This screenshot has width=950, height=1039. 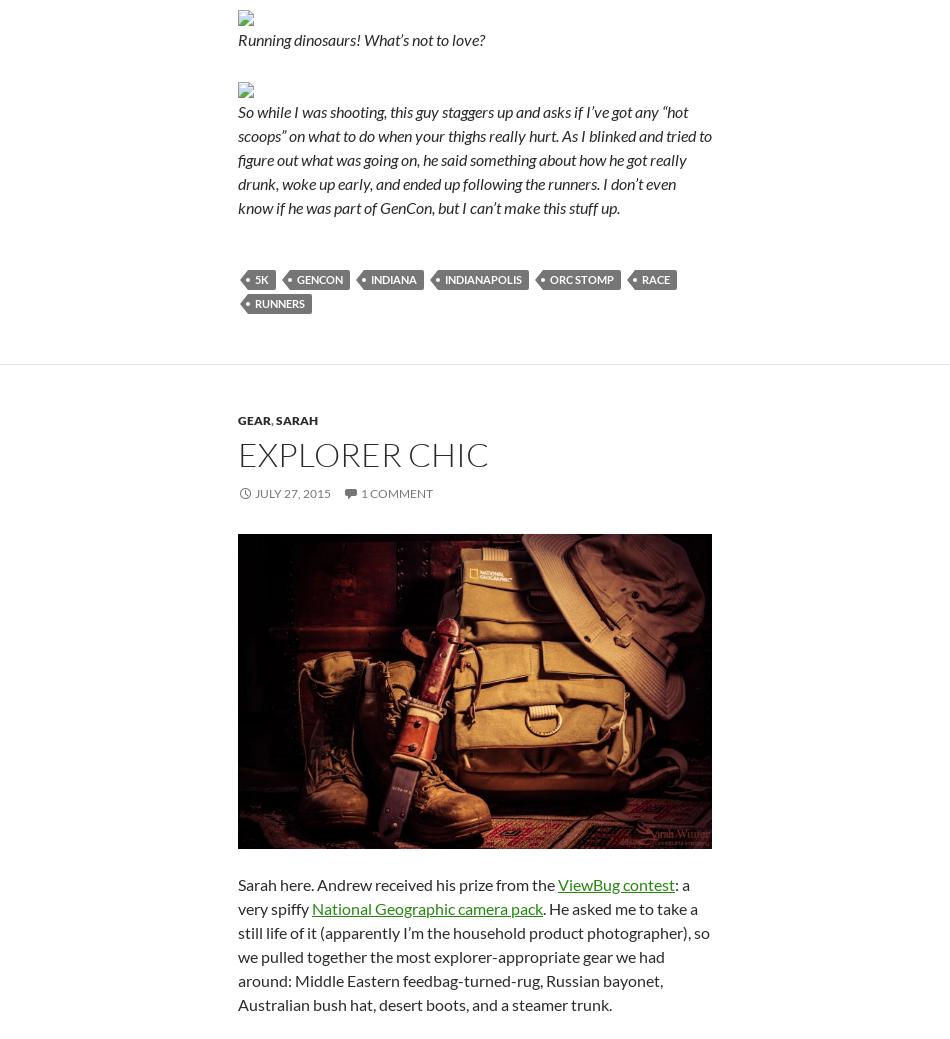 I want to click on '1 Comment', so click(x=396, y=491).